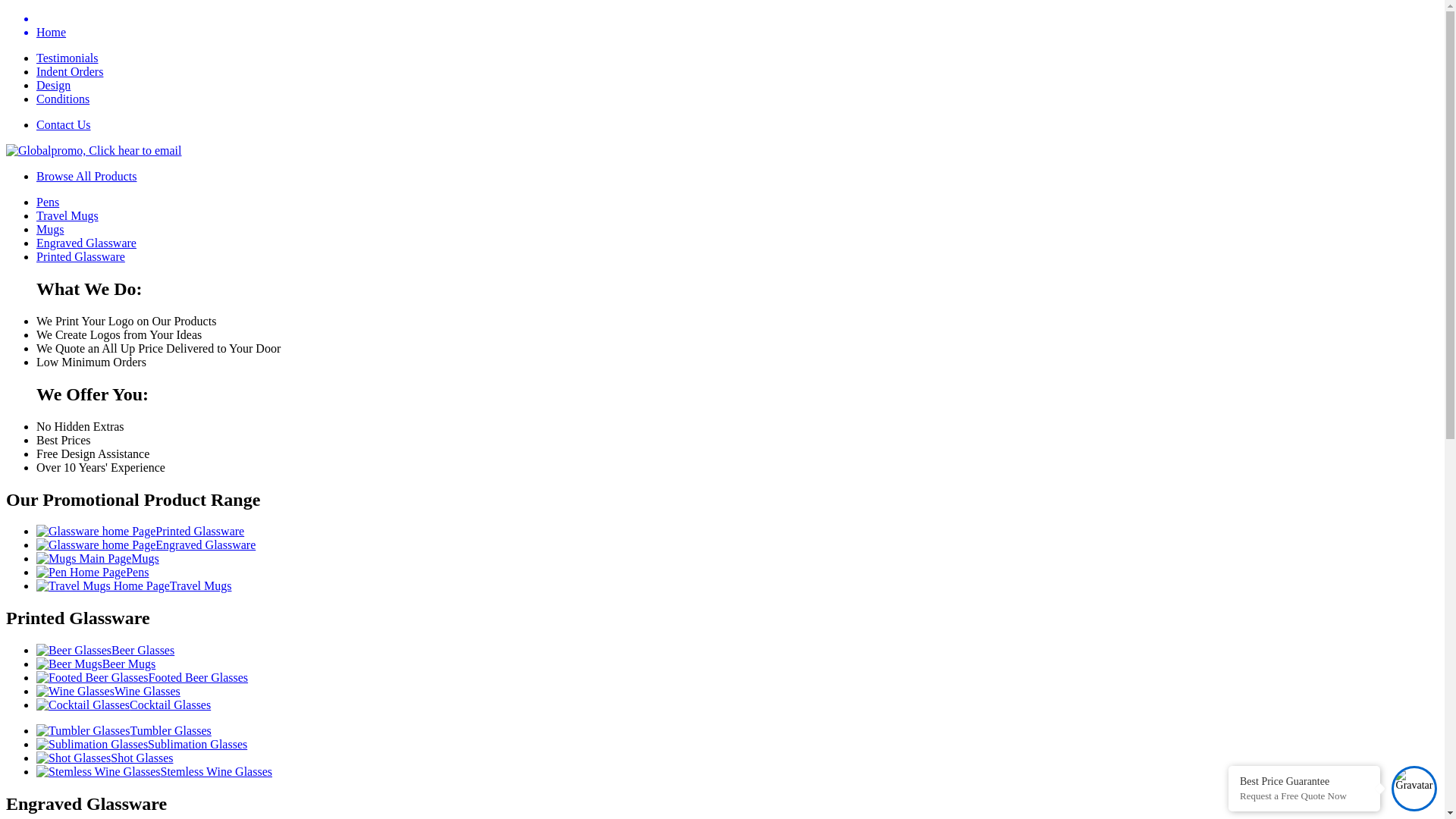 This screenshot has width=1456, height=819. I want to click on 'Footed Beer Glasses', so click(142, 676).